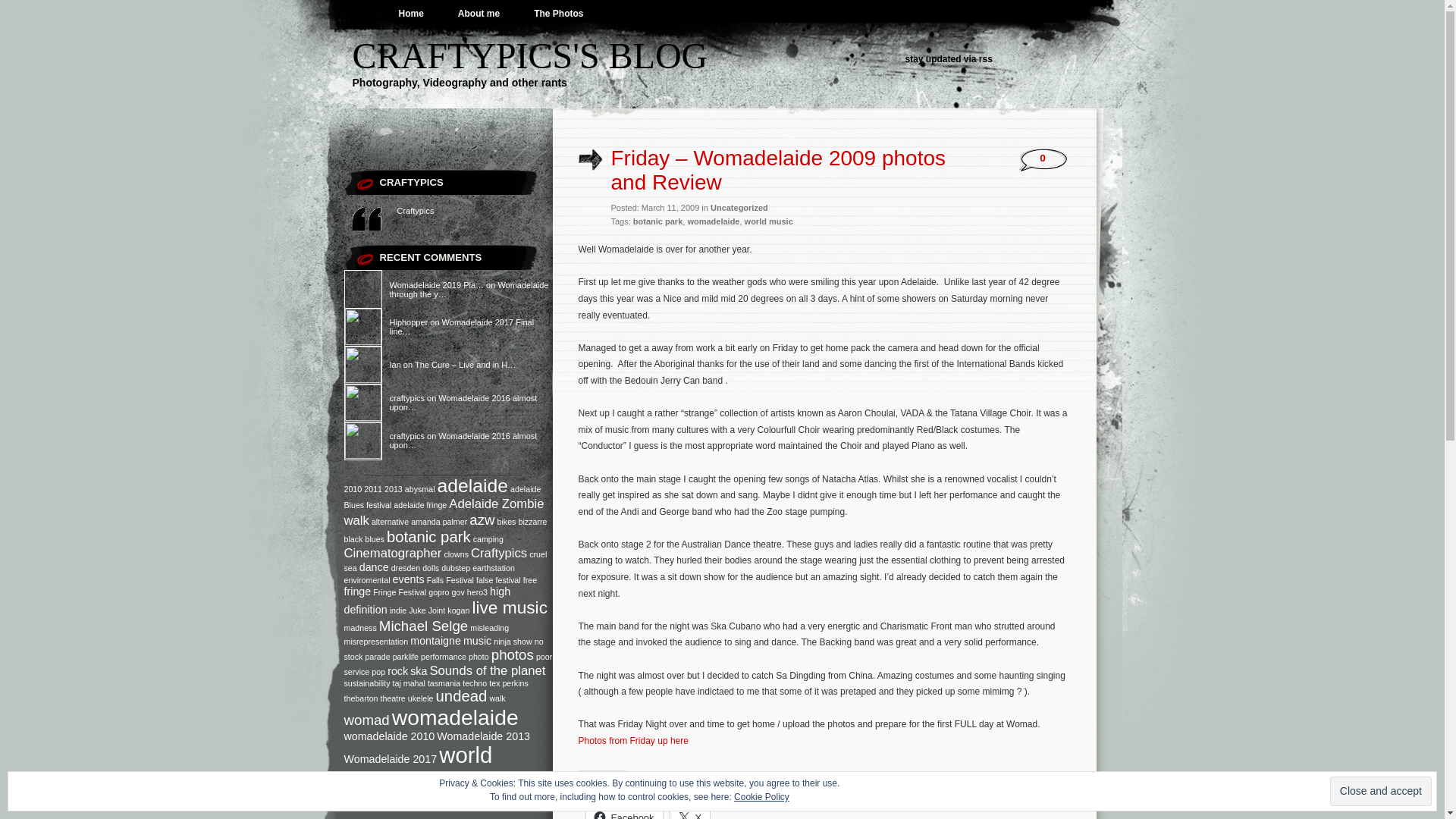 The height and width of the screenshot is (819, 1456). What do you see at coordinates (657, 221) in the screenshot?
I see `'botanic park'` at bounding box center [657, 221].